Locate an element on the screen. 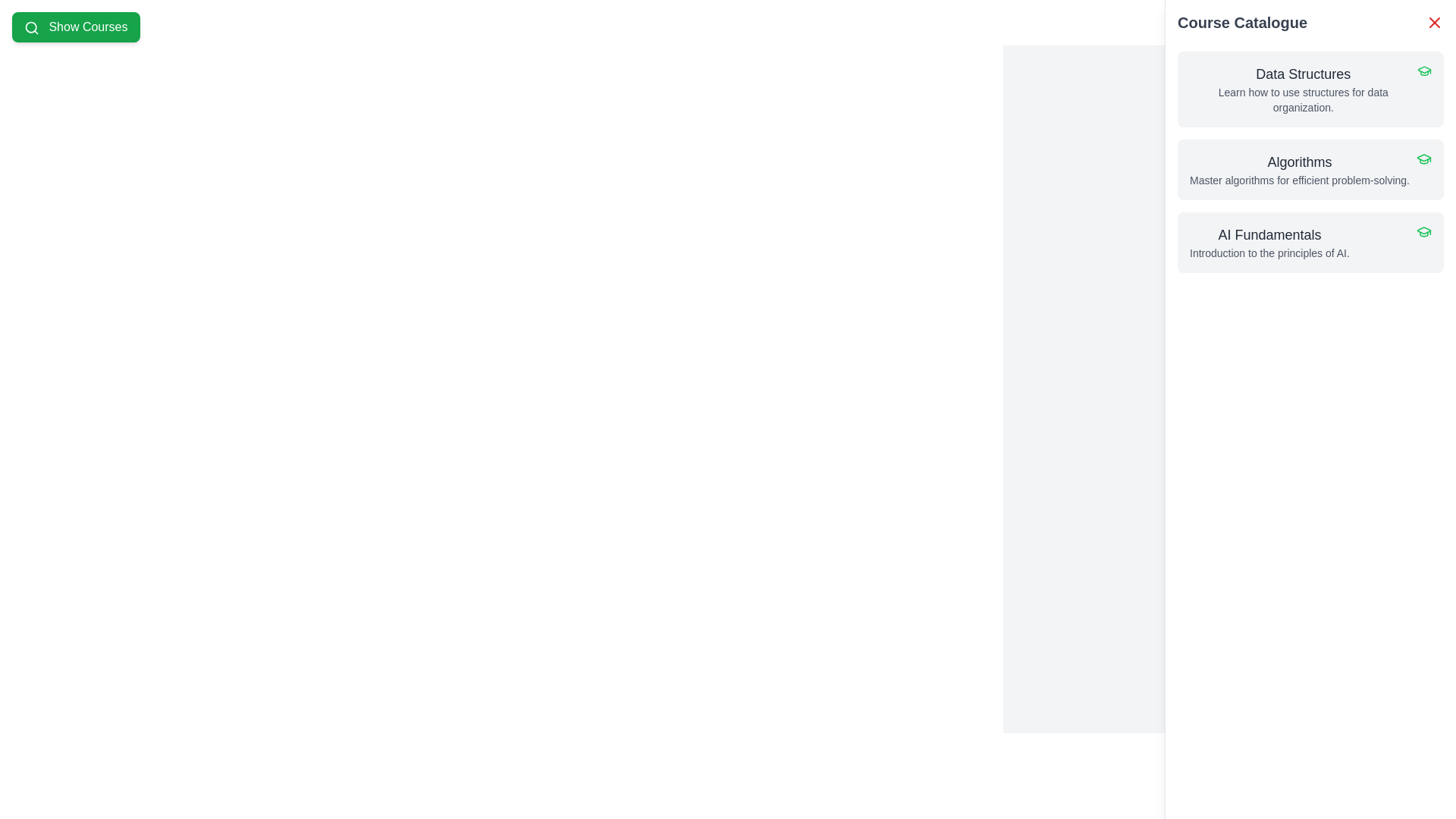 Image resolution: width=1456 pixels, height=819 pixels. the course overview card titled 'Algorithms' in the right-aligned sidebar under 'Course Catalogue' is located at coordinates (1298, 169).